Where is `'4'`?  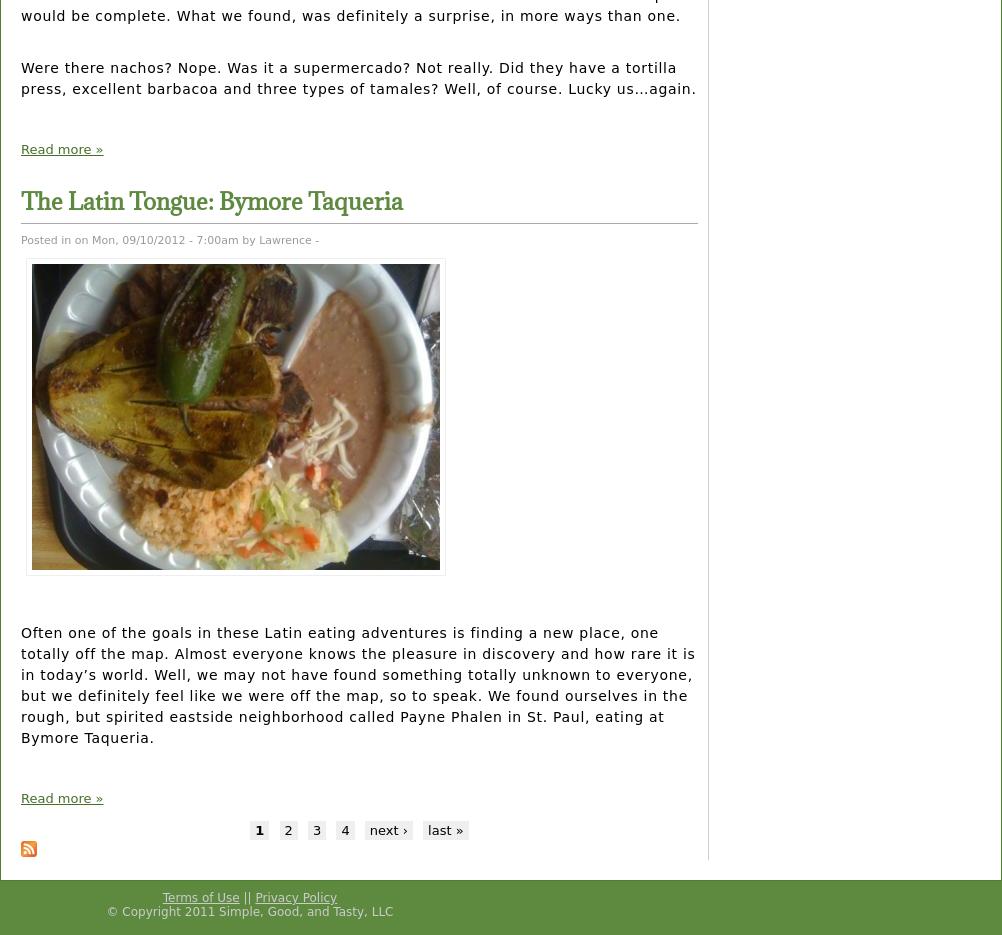
'4' is located at coordinates (340, 829).